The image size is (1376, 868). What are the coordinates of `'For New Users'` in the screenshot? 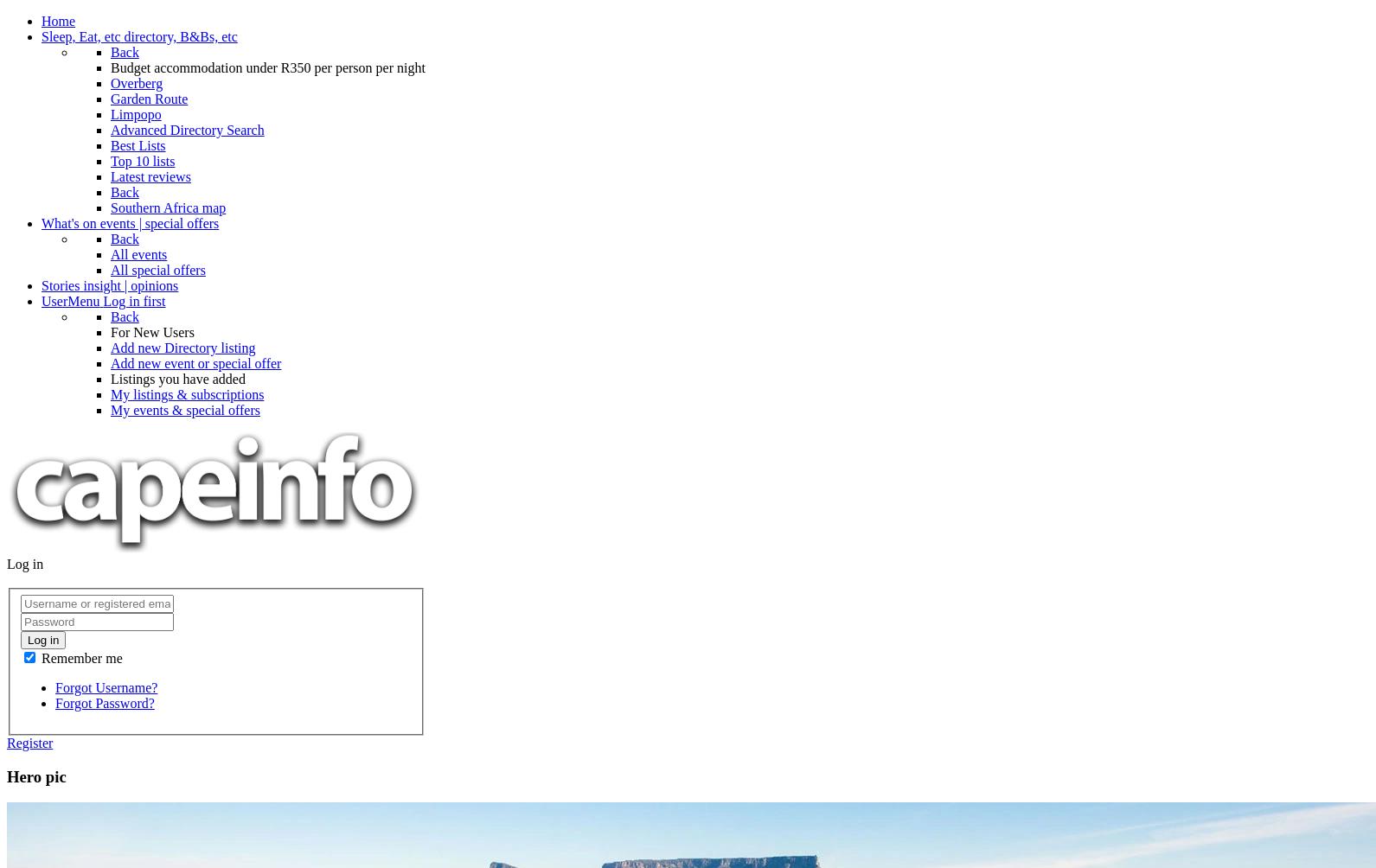 It's located at (150, 331).